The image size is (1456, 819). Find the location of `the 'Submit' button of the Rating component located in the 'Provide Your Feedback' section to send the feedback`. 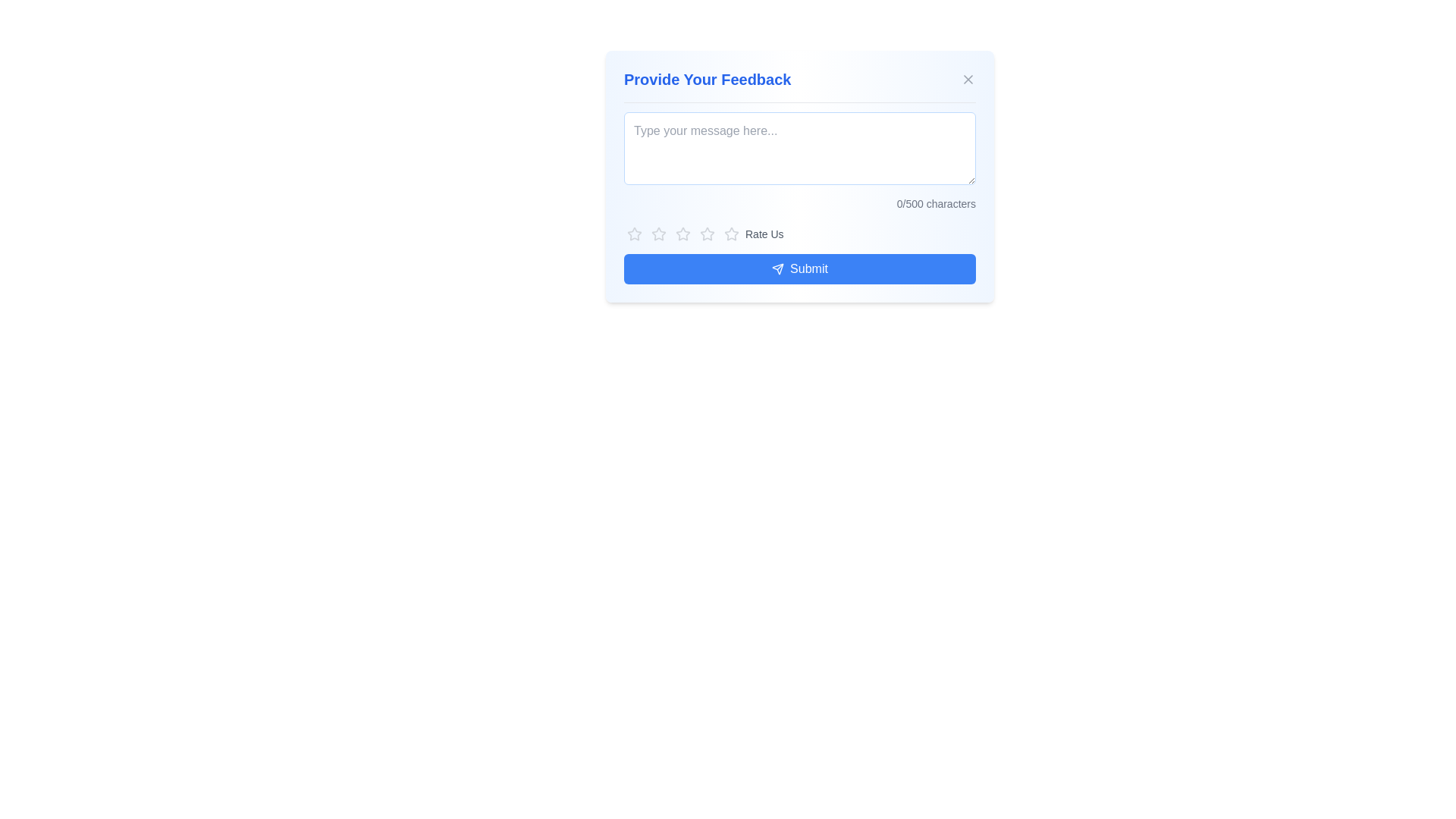

the 'Submit' button of the Rating component located in the 'Provide Your Feedback' section to send the feedback is located at coordinates (799, 253).